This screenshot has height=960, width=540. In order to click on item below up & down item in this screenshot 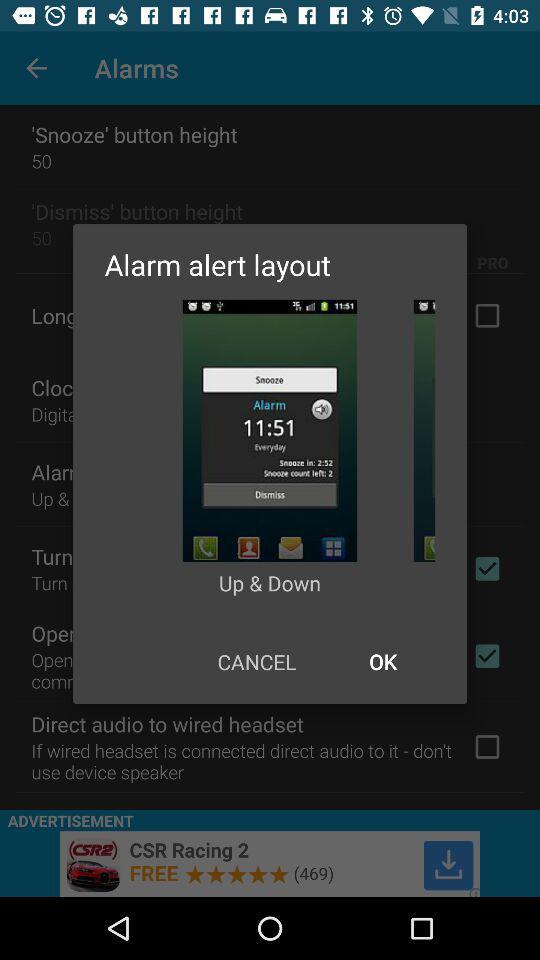, I will do `click(256, 661)`.